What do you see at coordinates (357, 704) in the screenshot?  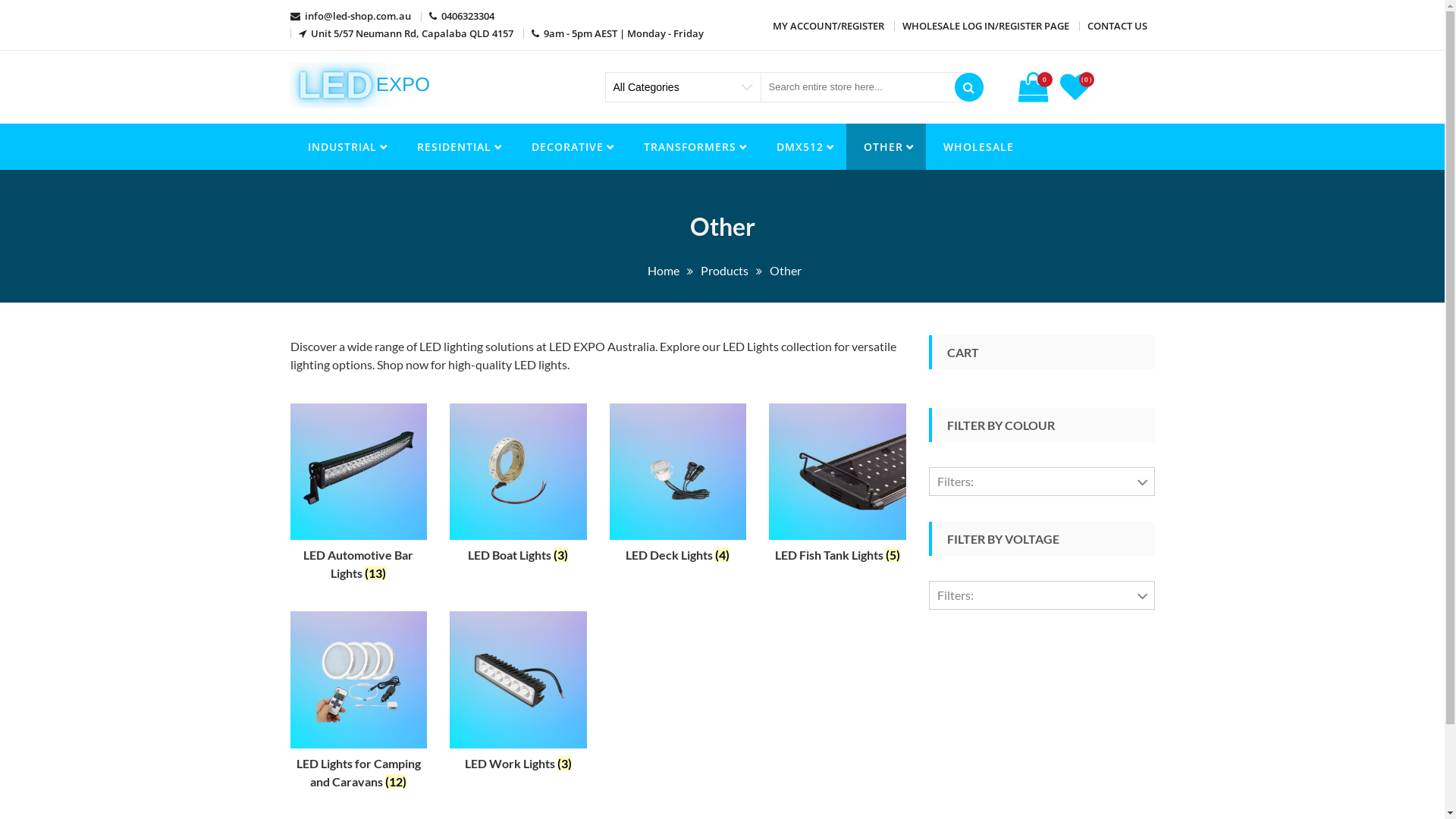 I see `'LED Lights for Camping and Caravans (12)'` at bounding box center [357, 704].